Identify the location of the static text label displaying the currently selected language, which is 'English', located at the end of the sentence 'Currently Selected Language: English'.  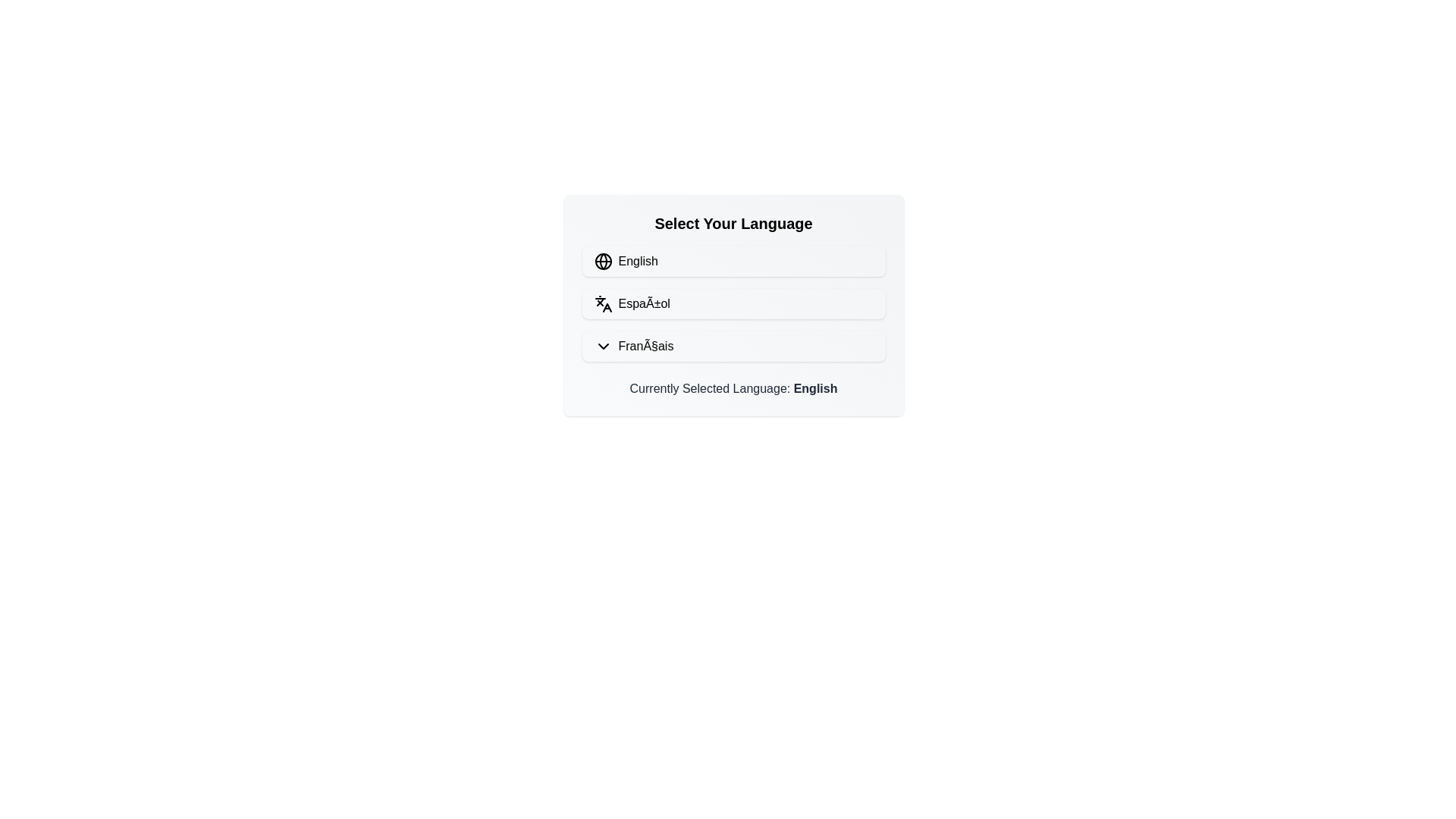
(814, 388).